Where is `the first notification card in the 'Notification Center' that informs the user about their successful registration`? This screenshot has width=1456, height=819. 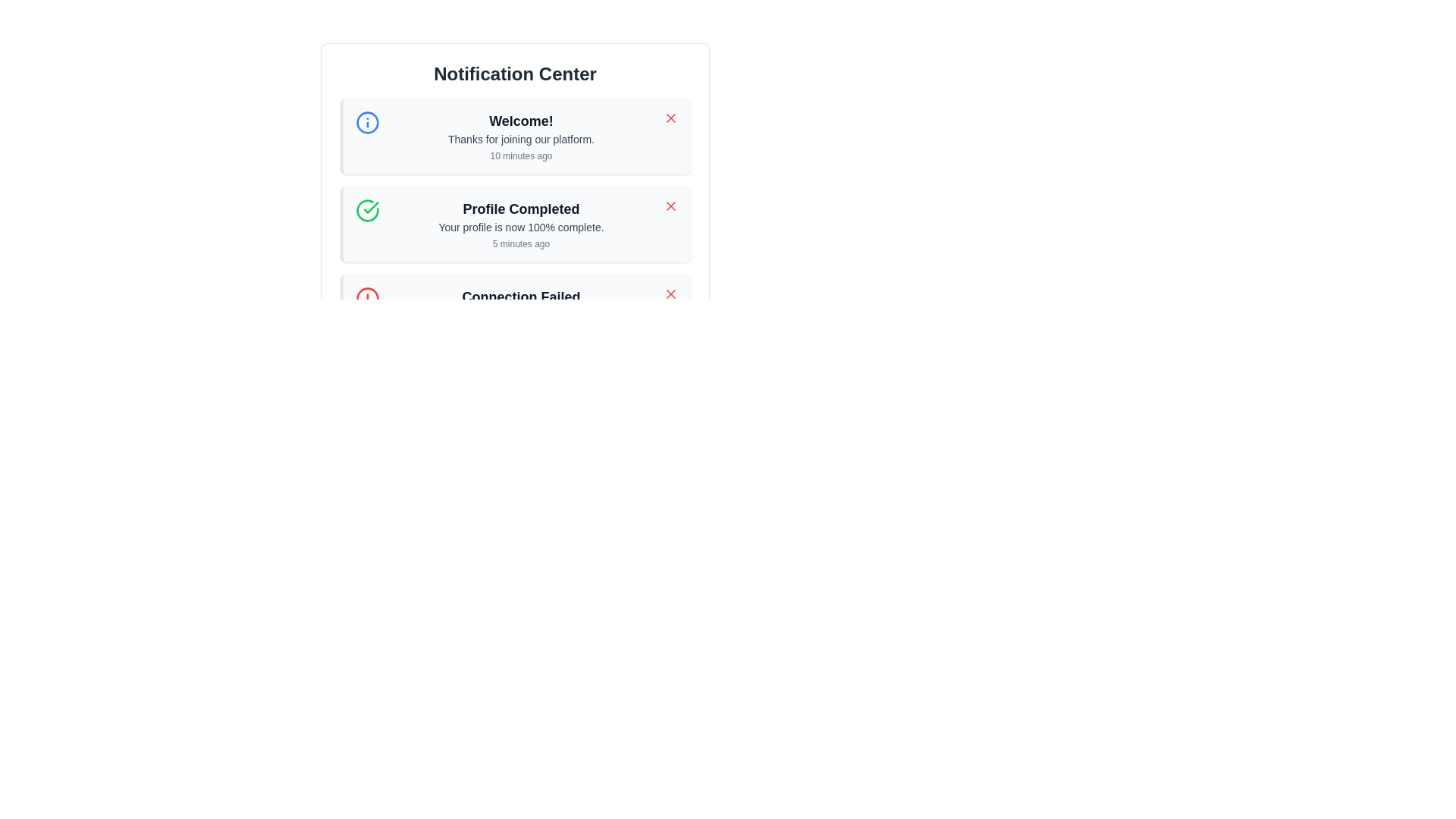 the first notification card in the 'Notification Center' that informs the user about their successful registration is located at coordinates (515, 149).